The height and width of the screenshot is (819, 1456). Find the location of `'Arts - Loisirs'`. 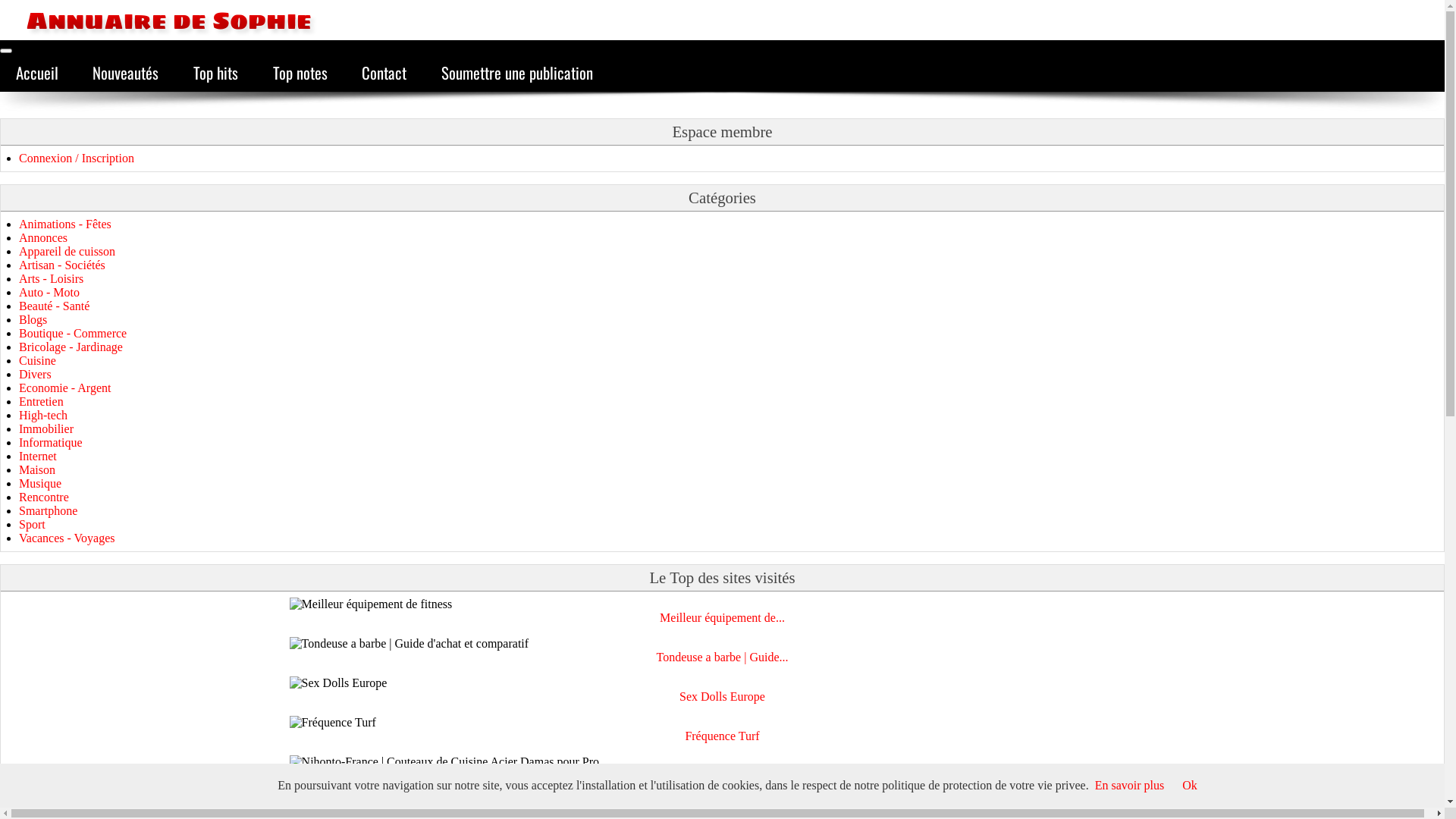

'Arts - Loisirs' is located at coordinates (51, 278).